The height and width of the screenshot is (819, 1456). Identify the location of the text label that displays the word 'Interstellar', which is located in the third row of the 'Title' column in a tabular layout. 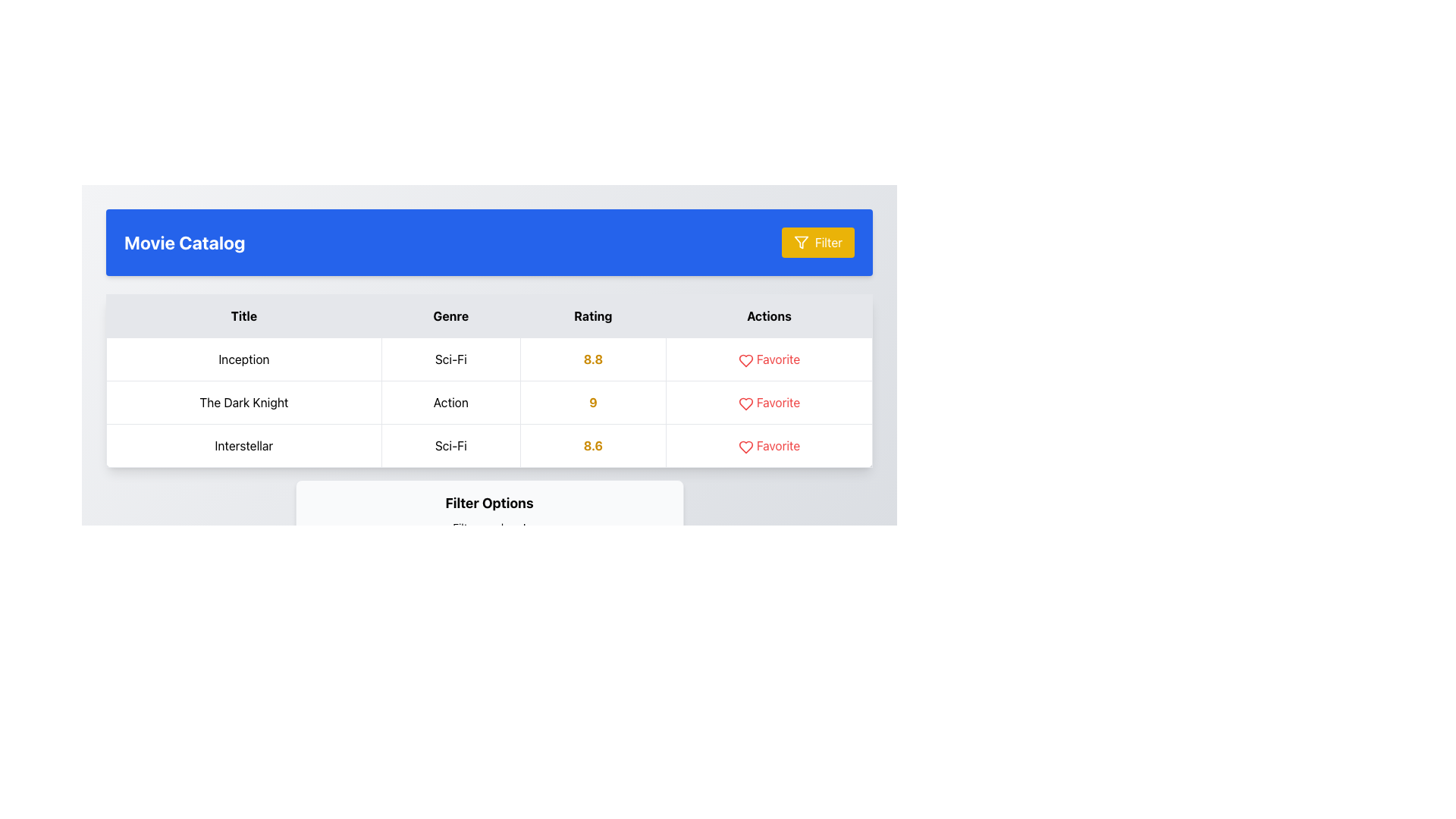
(243, 444).